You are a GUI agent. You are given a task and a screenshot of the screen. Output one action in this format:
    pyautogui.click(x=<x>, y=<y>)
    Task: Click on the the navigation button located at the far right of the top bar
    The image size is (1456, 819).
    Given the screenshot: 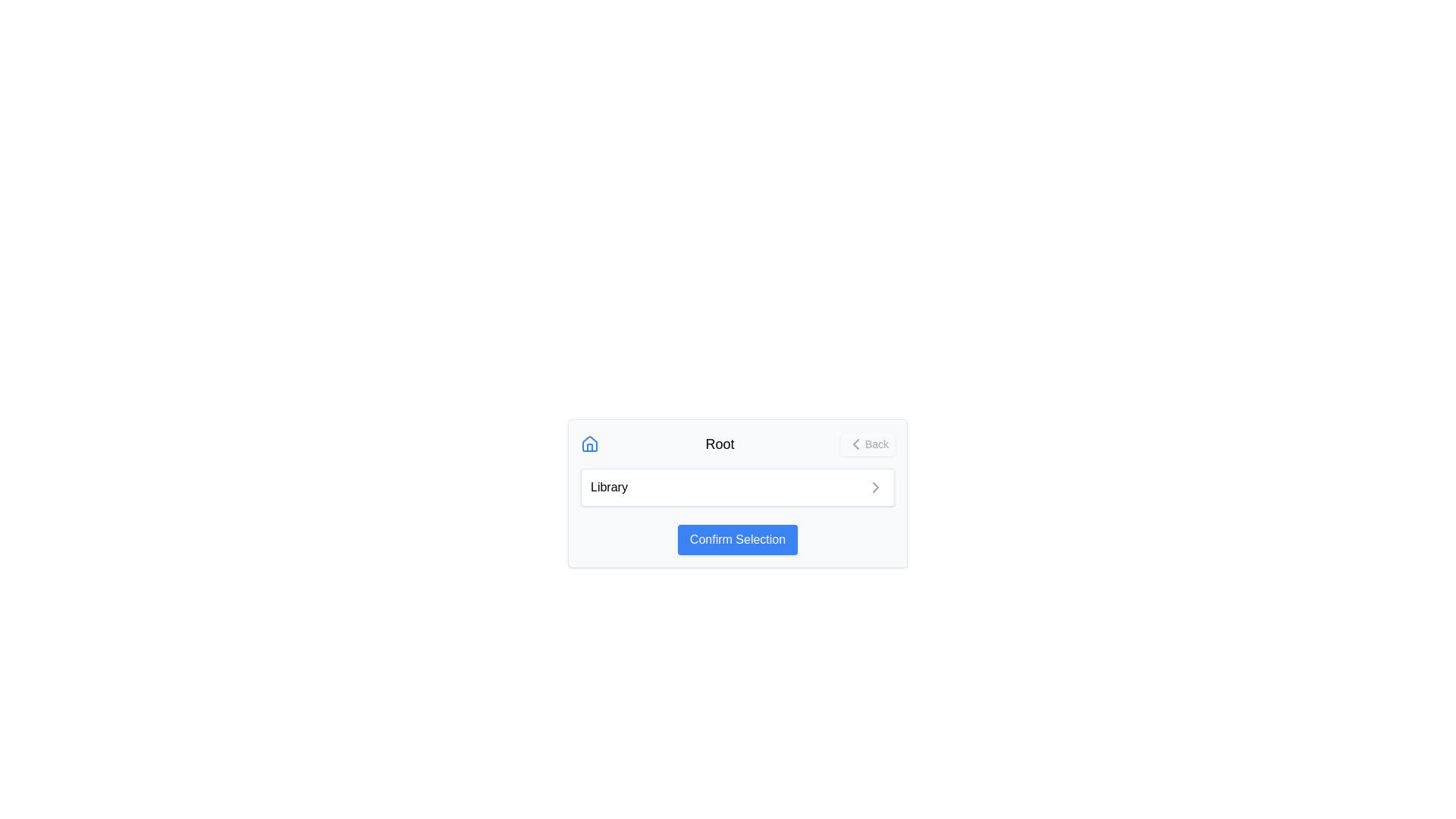 What is the action you would take?
    pyautogui.click(x=868, y=444)
    